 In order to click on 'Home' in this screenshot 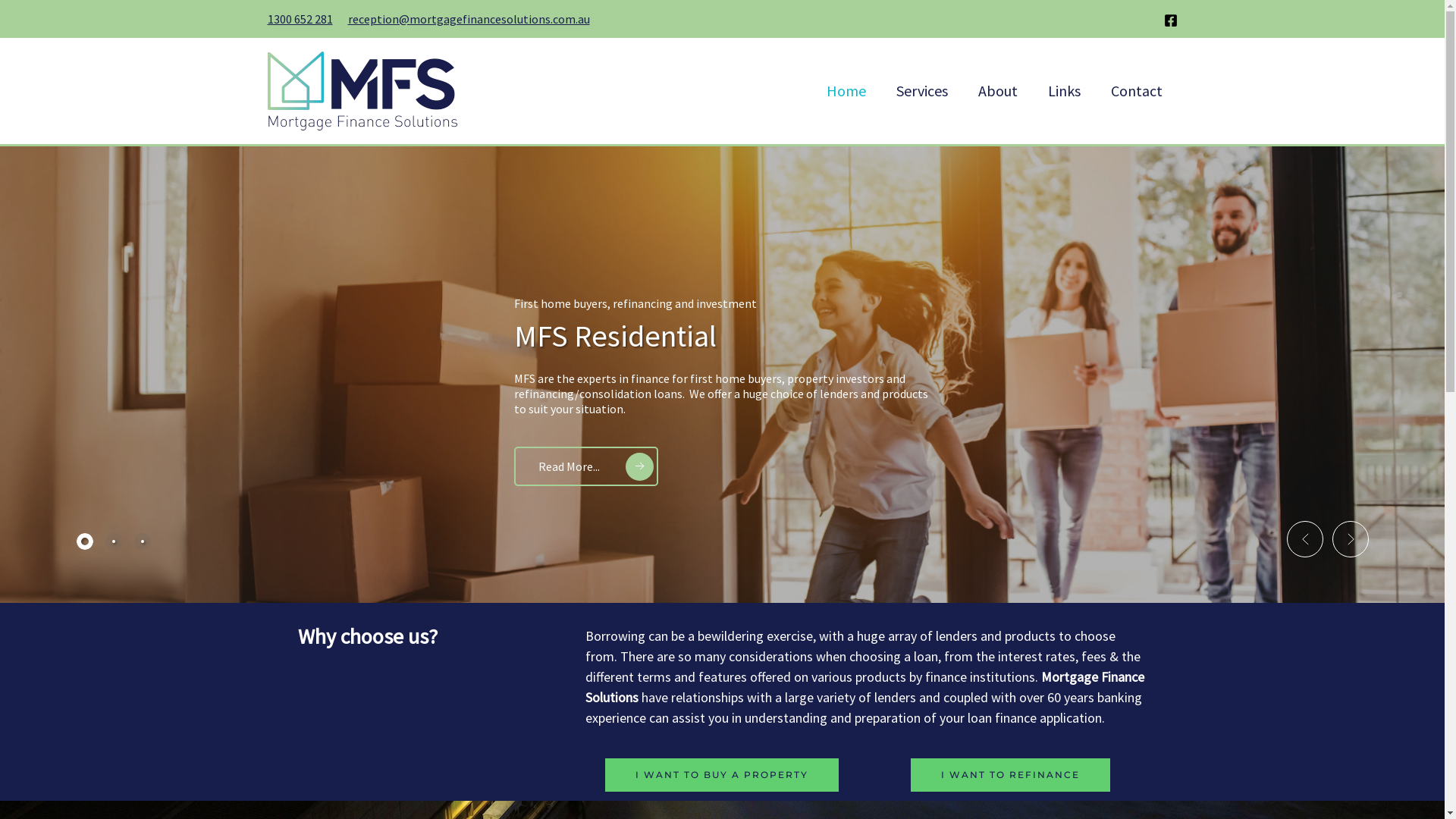, I will do `click(846, 90)`.